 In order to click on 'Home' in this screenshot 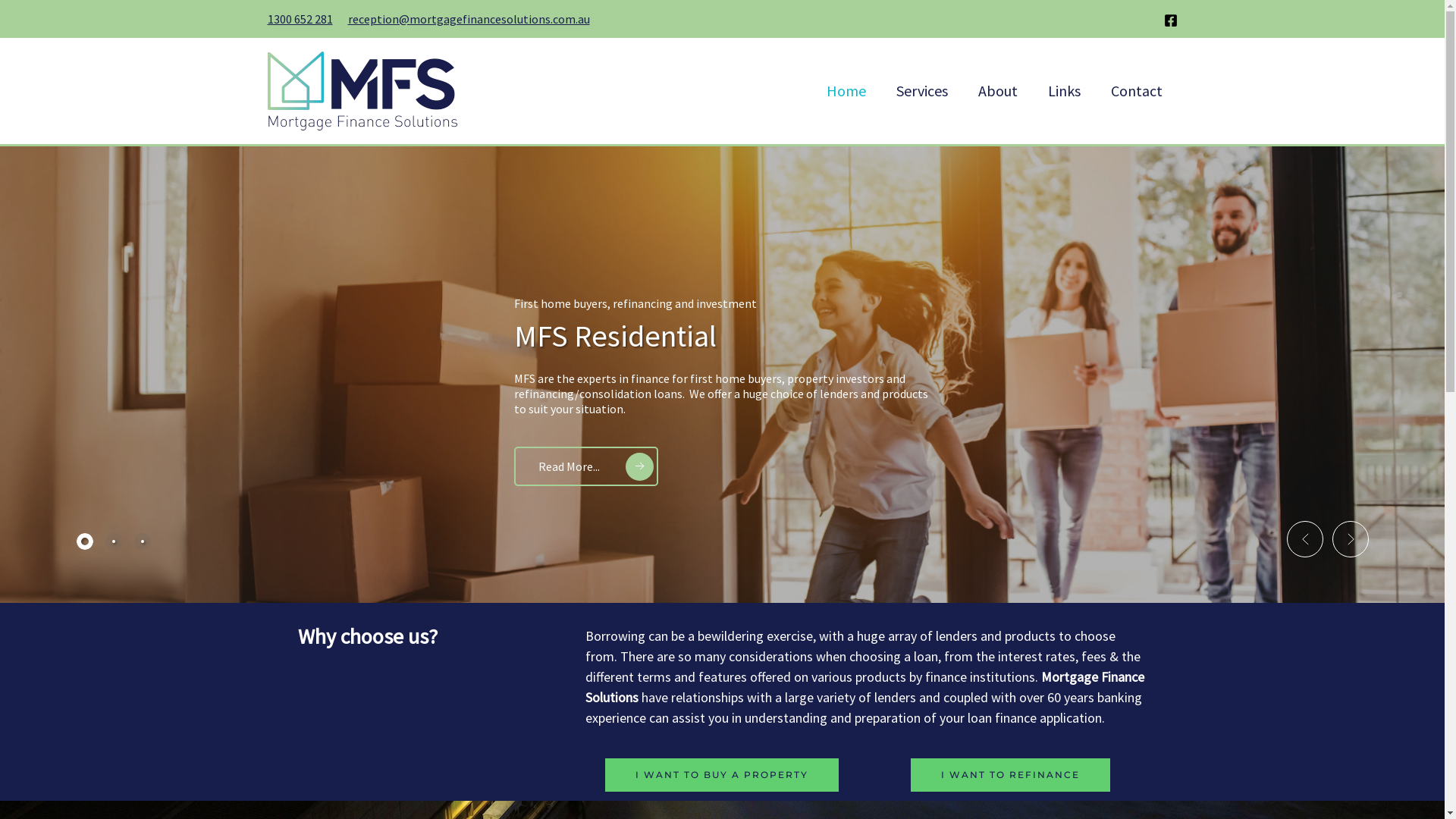, I will do `click(846, 90)`.